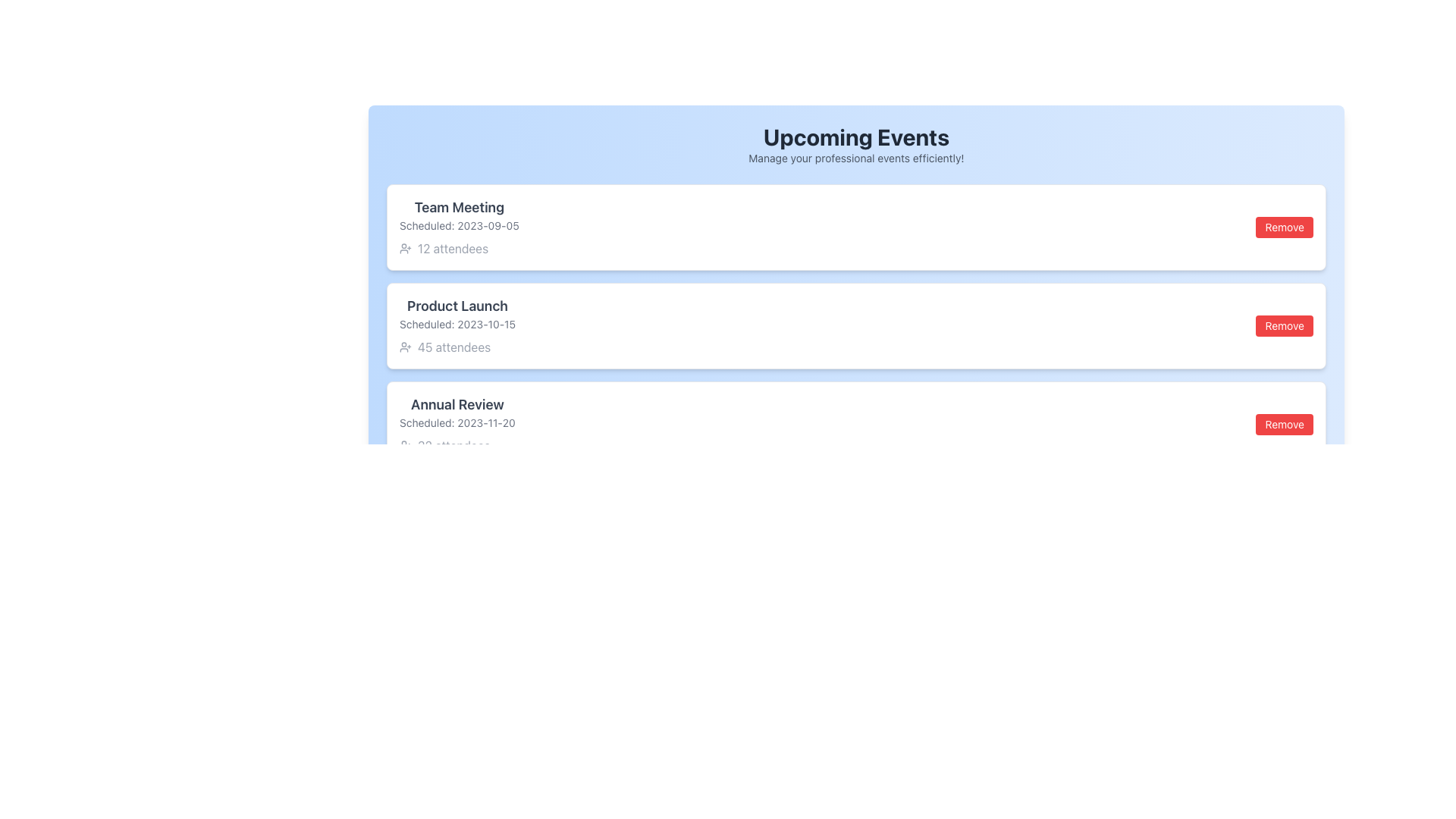 The image size is (1456, 819). What do you see at coordinates (405, 247) in the screenshot?
I see `the user icon with a plus sign, which is styled in a minimalist line-art design and located to the left of the '12 attendees' text for the 'Team Meeting' event` at bounding box center [405, 247].